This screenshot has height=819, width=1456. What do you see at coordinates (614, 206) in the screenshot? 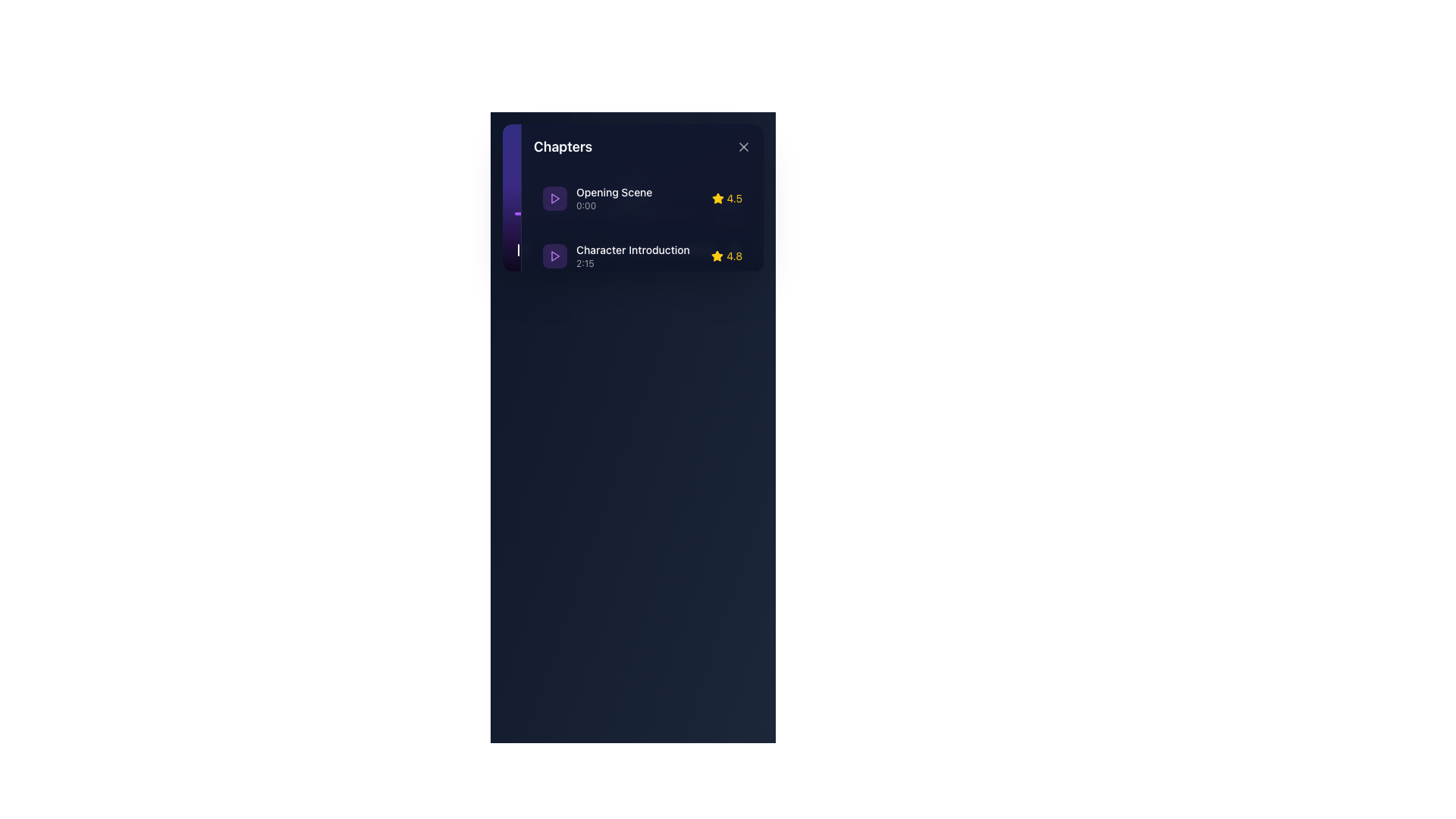
I see `the time indicator text displaying '0:00', which is styled with white text on a dark background and located beneath 'Opening Scene'` at bounding box center [614, 206].